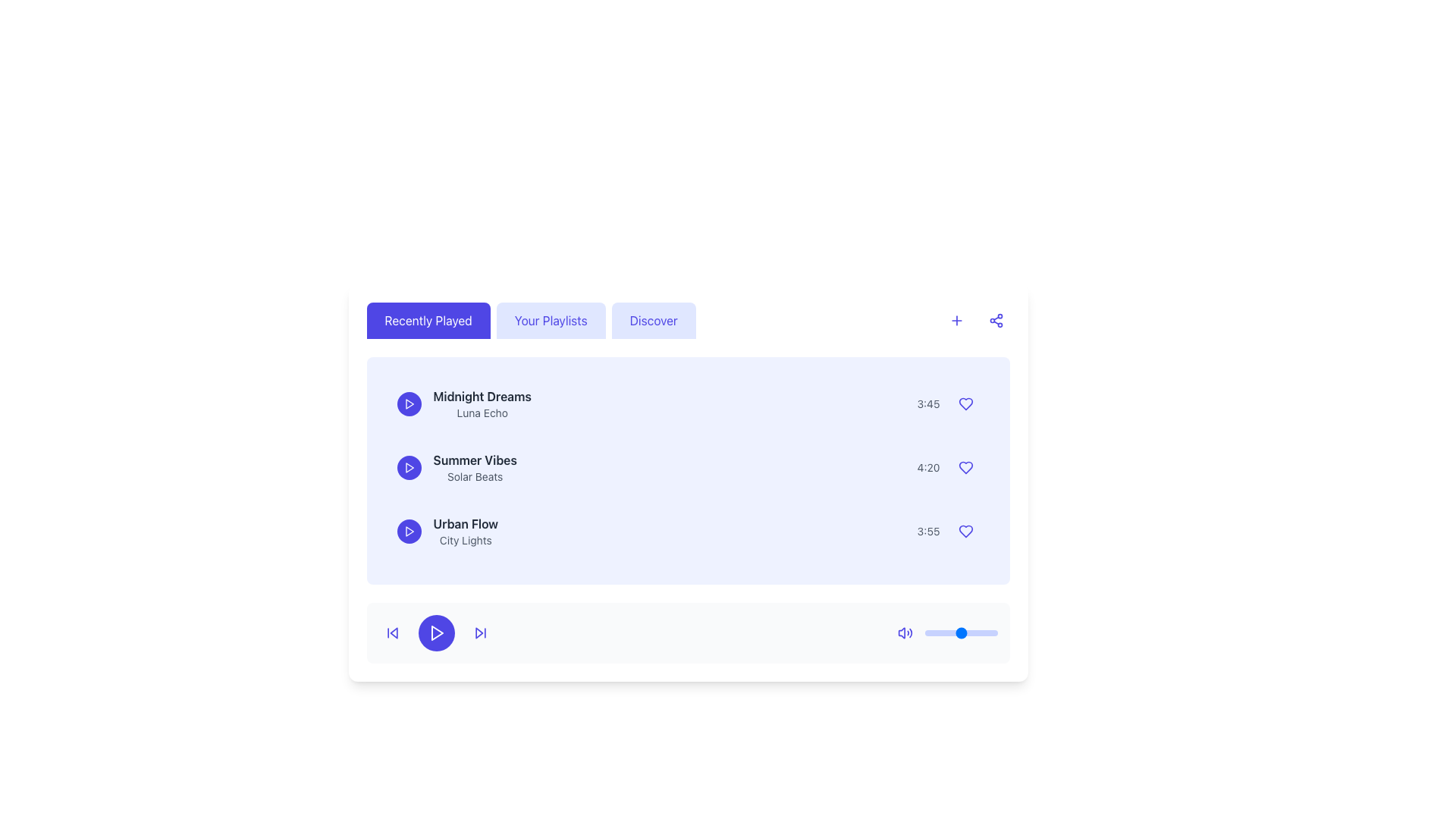 This screenshot has width=1456, height=819. What do you see at coordinates (955, 320) in the screenshot?
I see `the circular button with a plus symbol (+) located in the header section, aligned to the right side` at bounding box center [955, 320].